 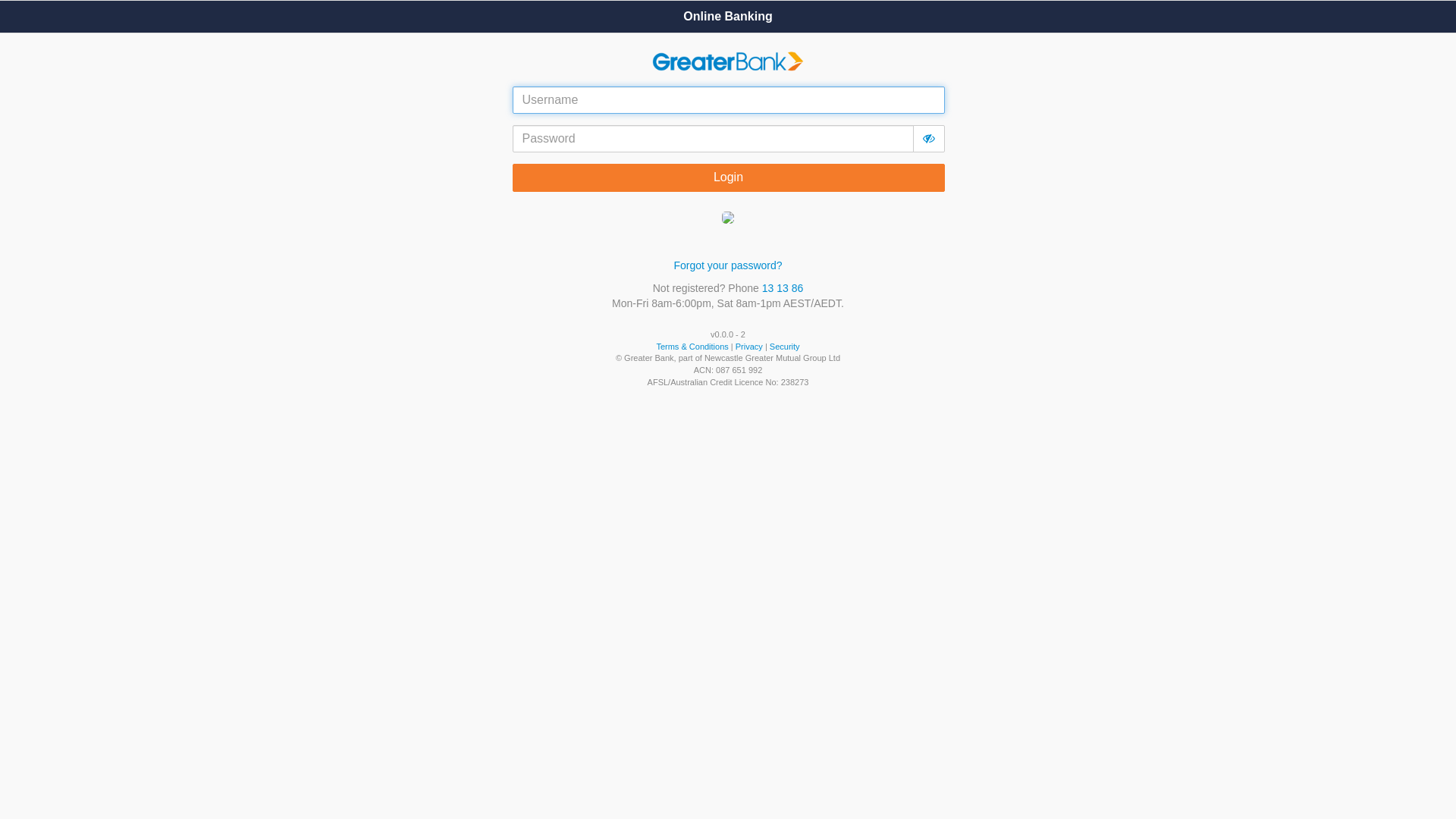 I want to click on 'Login', so click(x=728, y=177).